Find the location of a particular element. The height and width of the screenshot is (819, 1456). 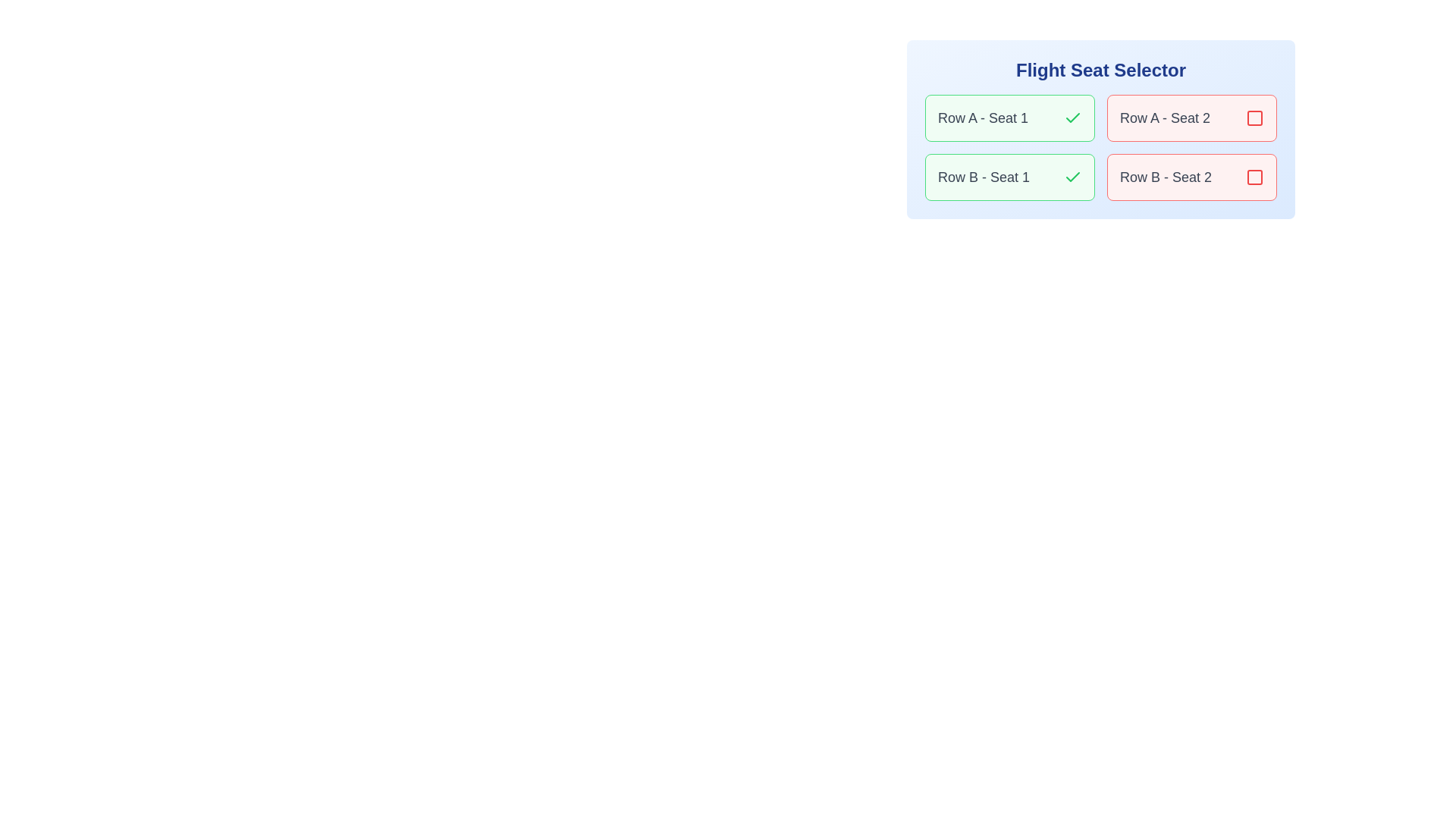

the Text Label that provides information about 'Row A - Seat 2', located in the top-right quadrant of the interface is located at coordinates (1164, 117).